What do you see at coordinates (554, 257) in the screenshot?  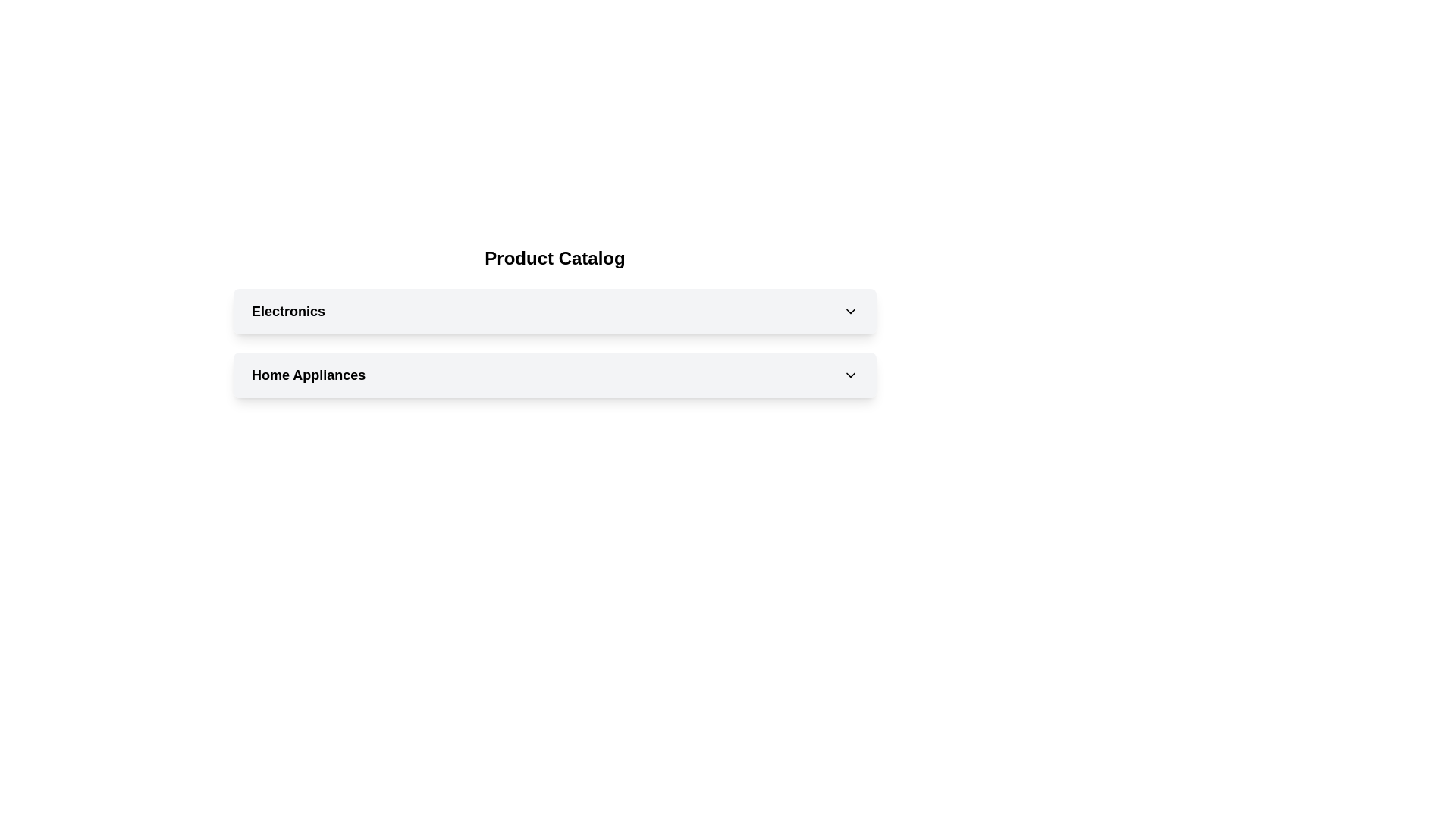 I see `text displayed in the centered text component labeled 'Product Catalog', which is styled in bold and serves as a section header` at bounding box center [554, 257].